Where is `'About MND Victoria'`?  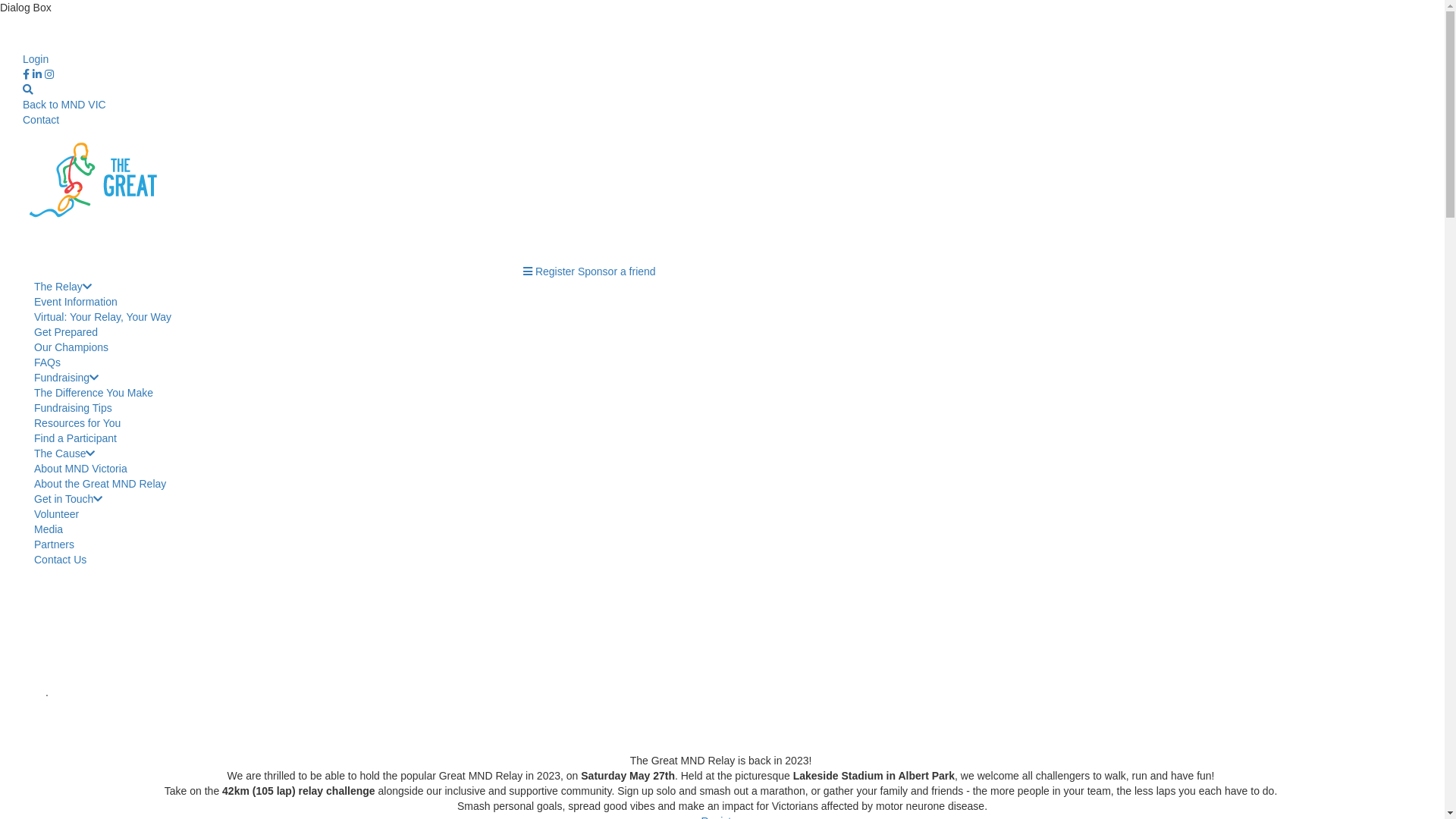
'About MND Victoria' is located at coordinates (80, 467).